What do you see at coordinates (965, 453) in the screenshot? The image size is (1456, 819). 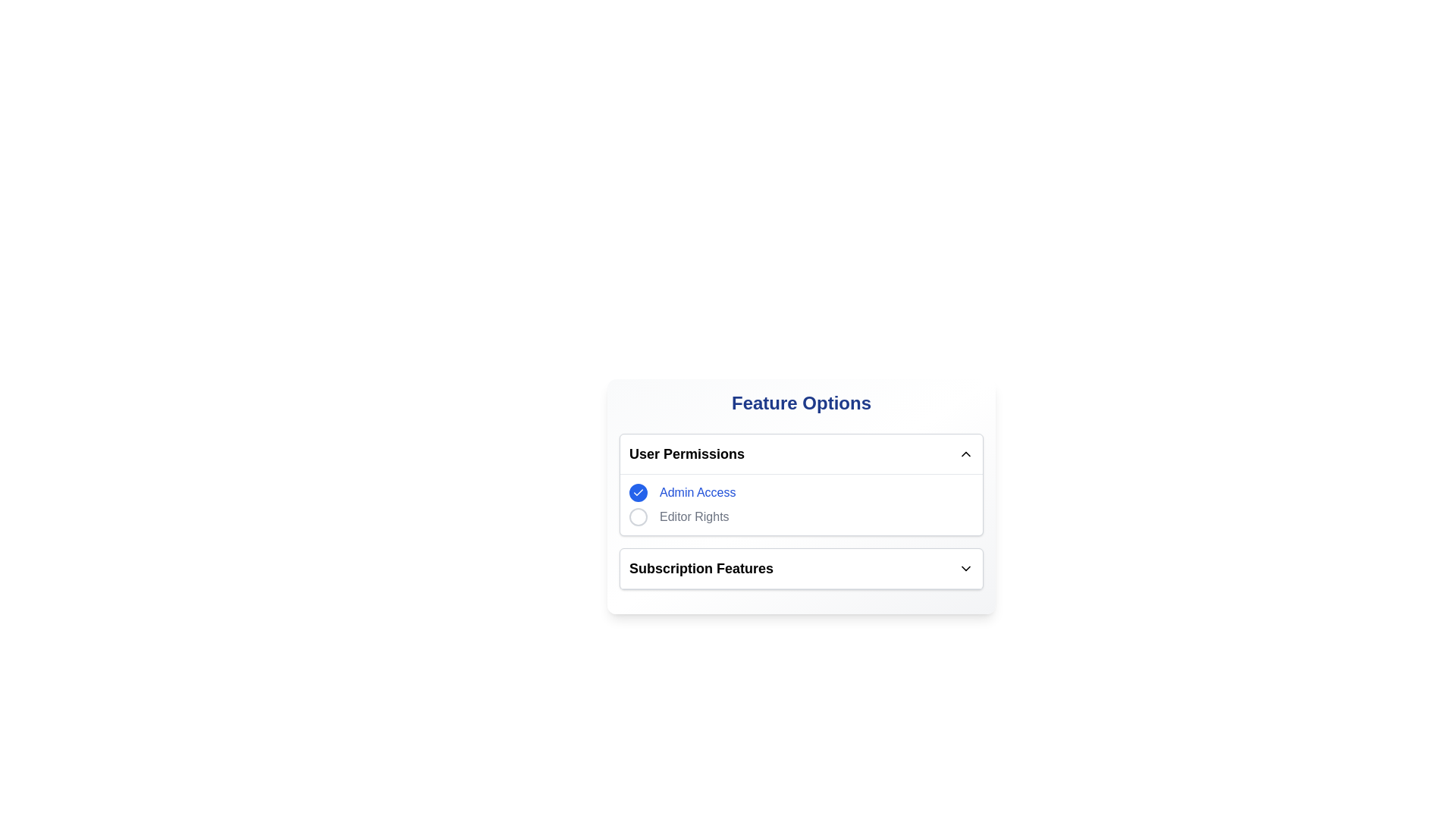 I see `the upward-pointing chevron icon used as a toggle for the 'User Permissions' section` at bounding box center [965, 453].